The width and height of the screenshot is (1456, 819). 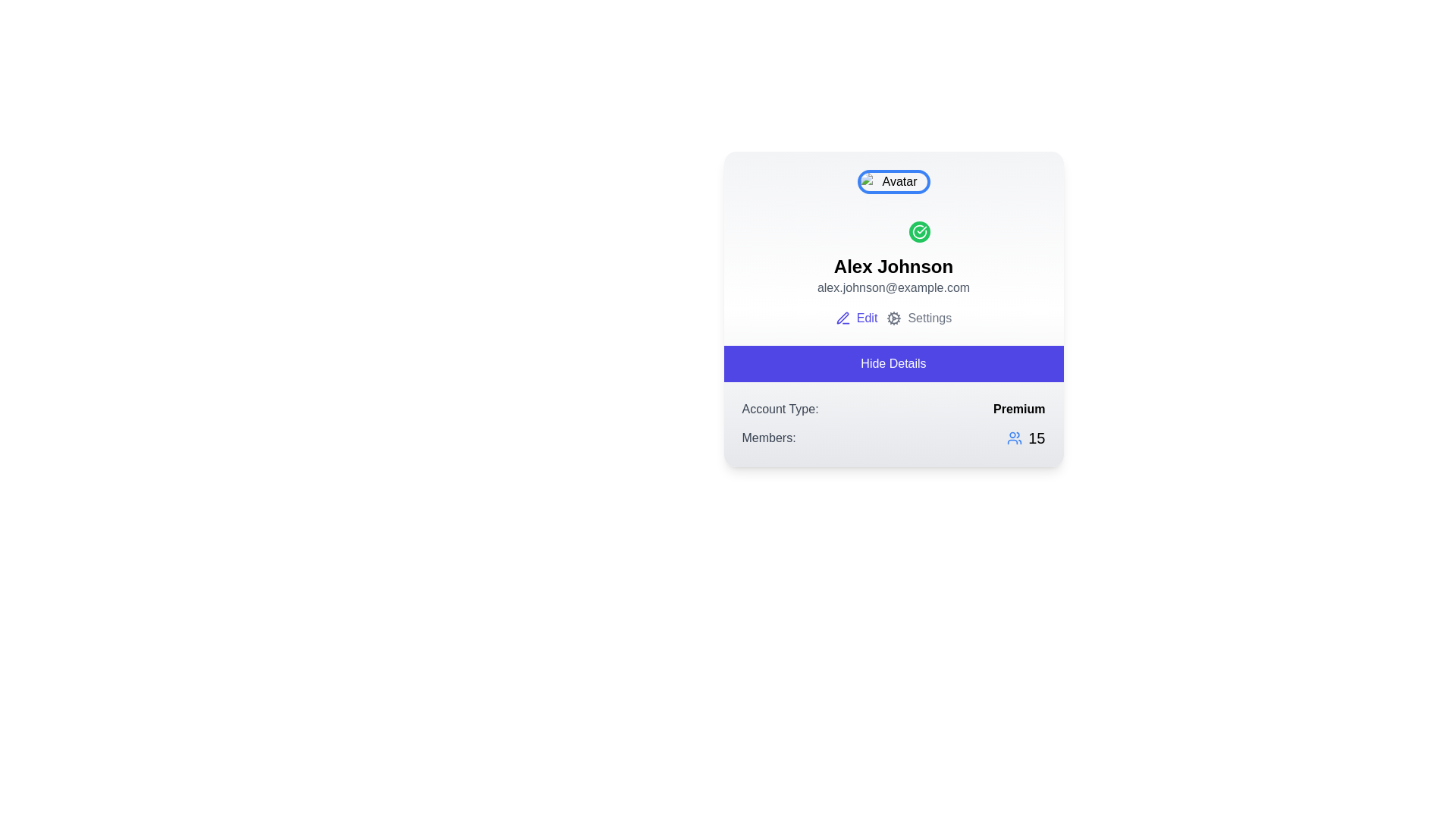 I want to click on the Information display area containing 'Account Type: Premium' and 'Members: 15' below the 'Hide Details' button, so click(x=893, y=424).